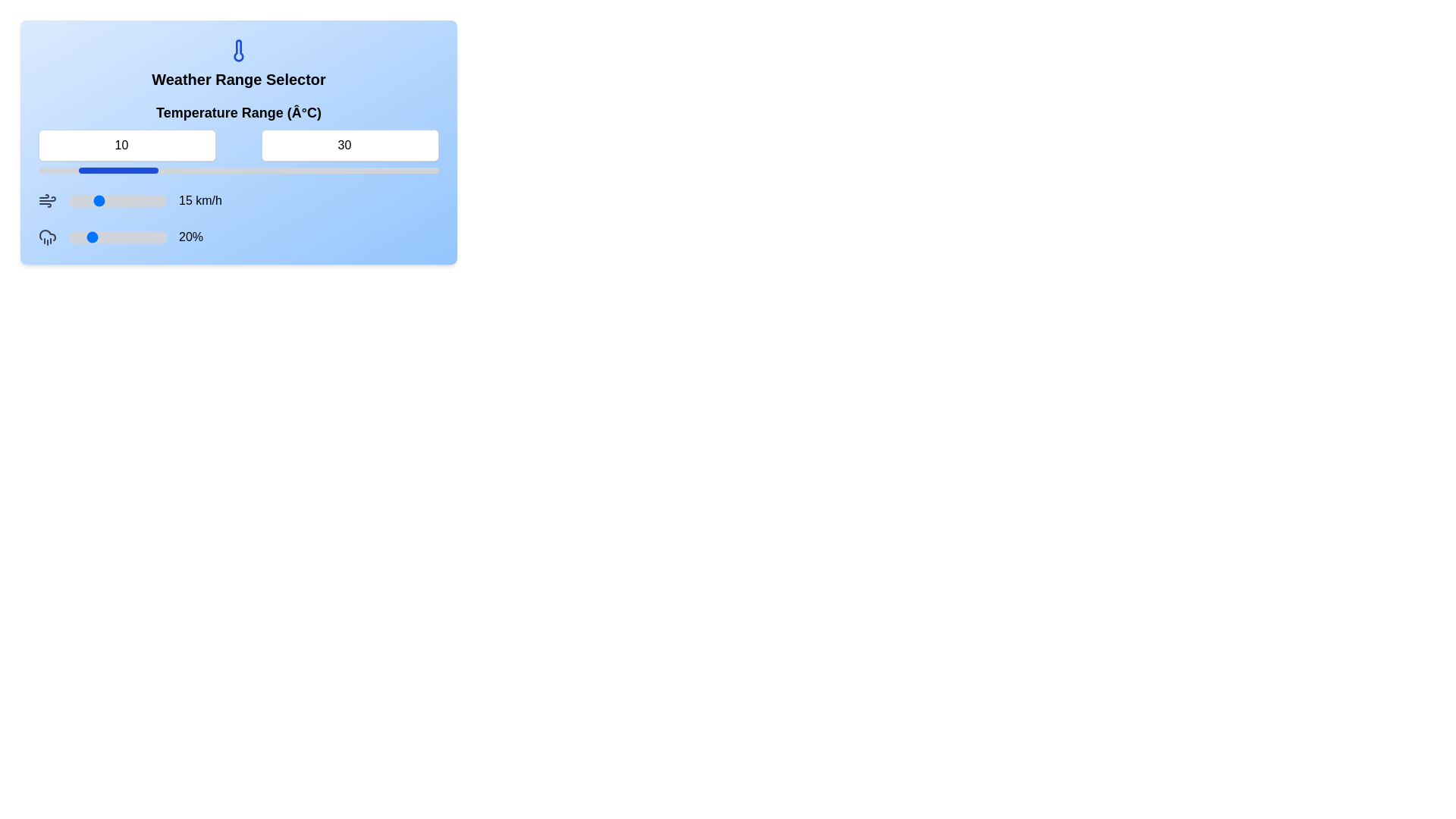 This screenshot has height=819, width=1456. I want to click on the wind speed, so click(150, 200).